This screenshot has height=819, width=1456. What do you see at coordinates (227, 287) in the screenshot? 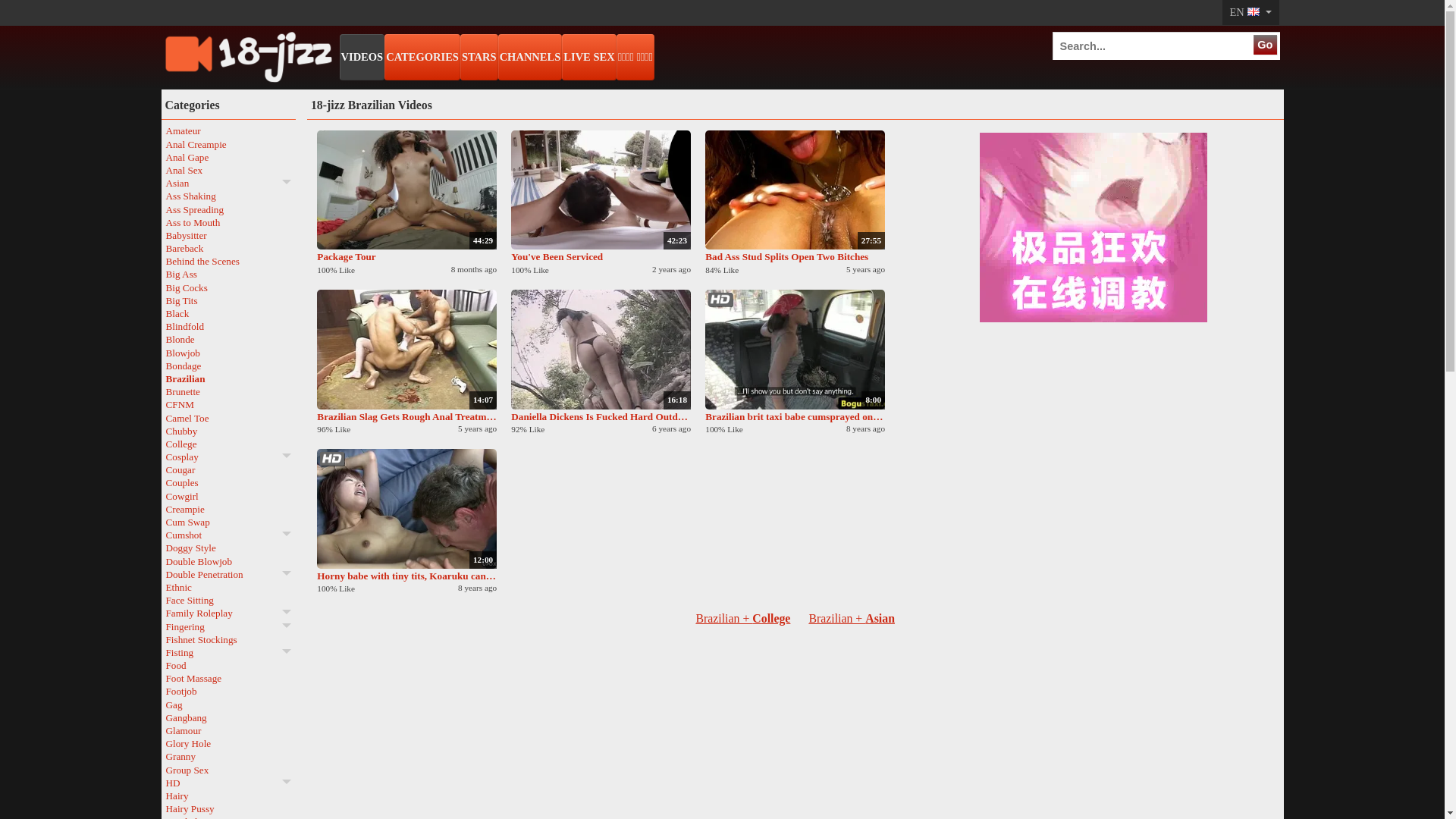
I see `'Big Cocks'` at bounding box center [227, 287].